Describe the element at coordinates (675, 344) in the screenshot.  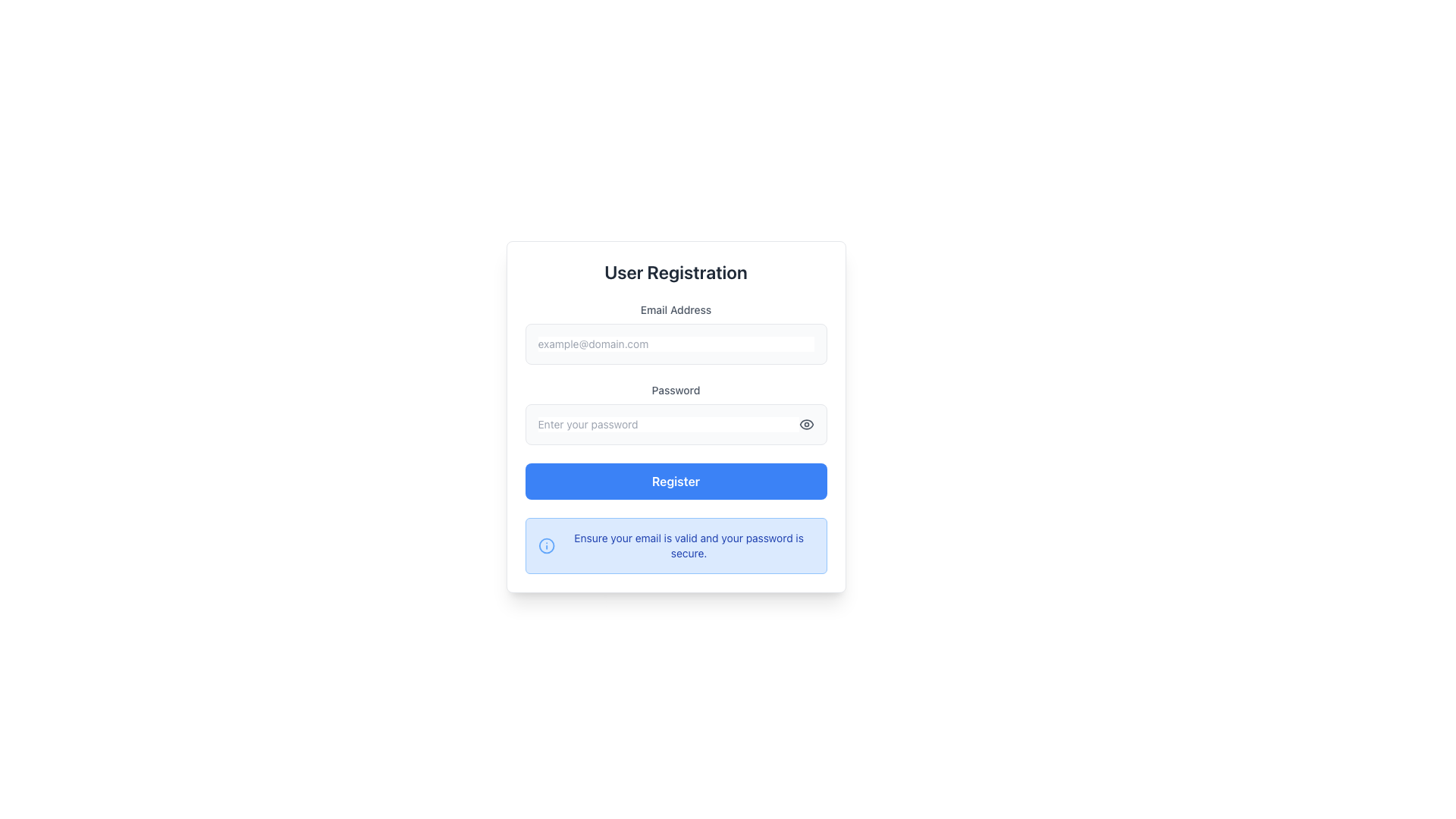
I see `the email input field by tabbing into it` at that location.